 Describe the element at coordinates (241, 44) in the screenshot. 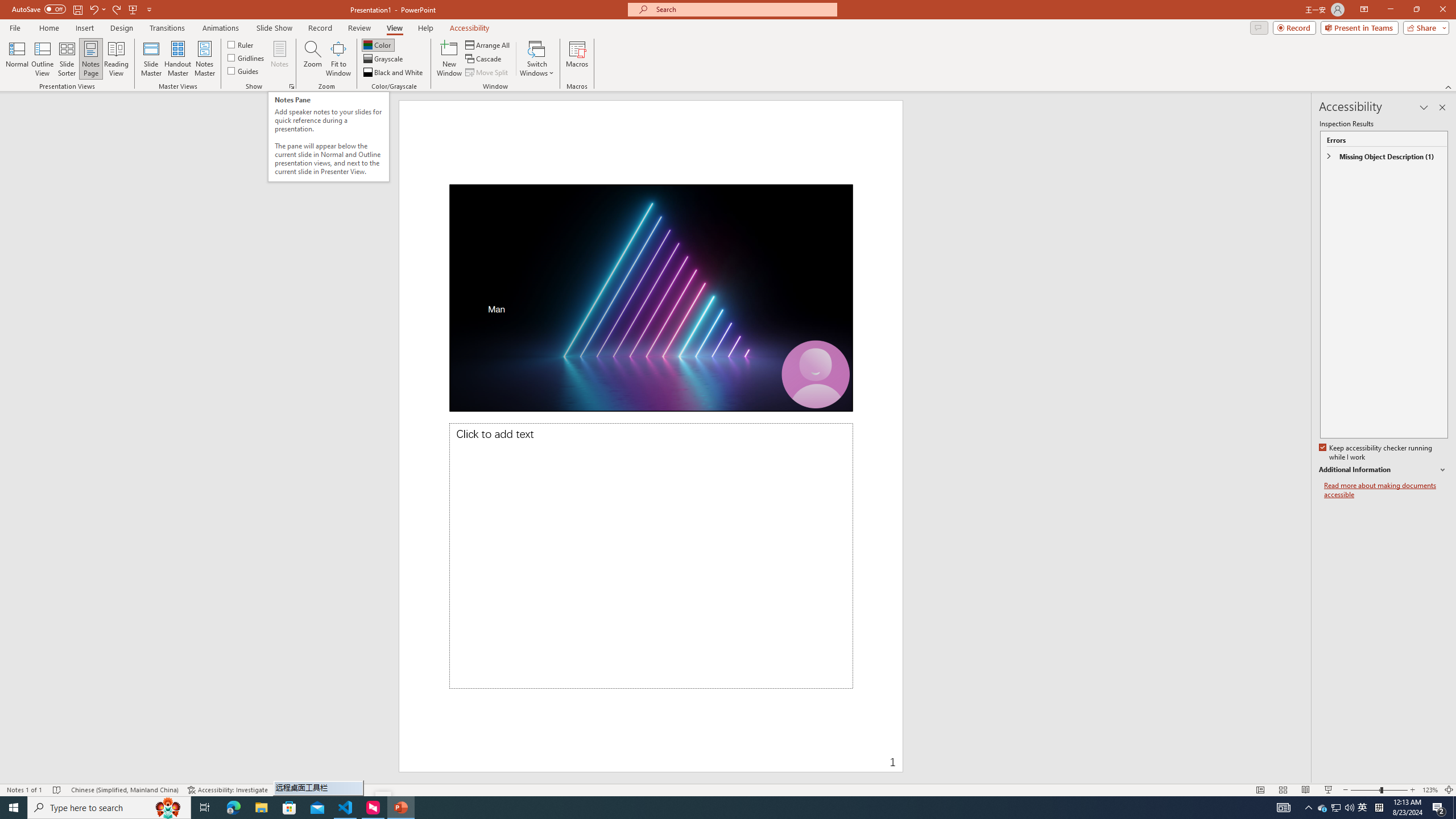

I see `'Ruler'` at that location.